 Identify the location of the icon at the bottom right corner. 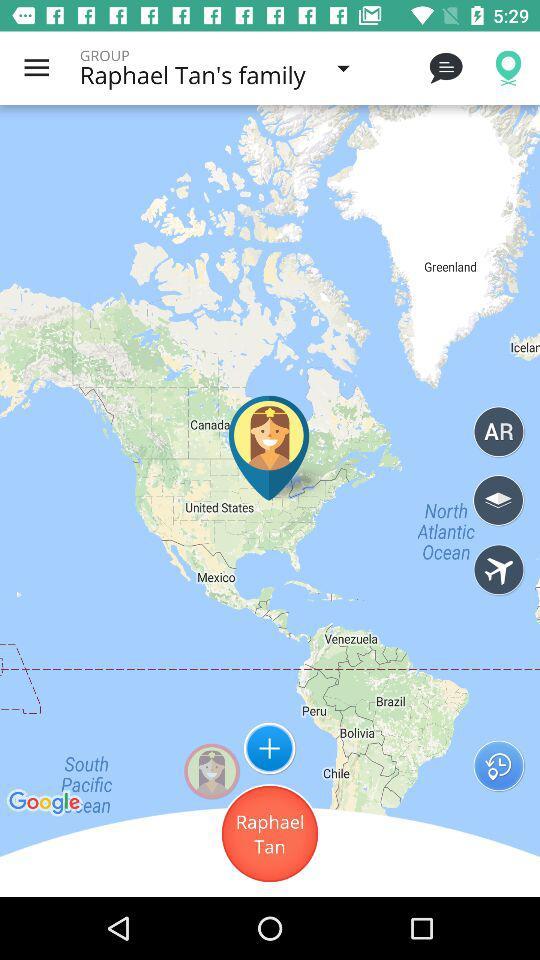
(497, 764).